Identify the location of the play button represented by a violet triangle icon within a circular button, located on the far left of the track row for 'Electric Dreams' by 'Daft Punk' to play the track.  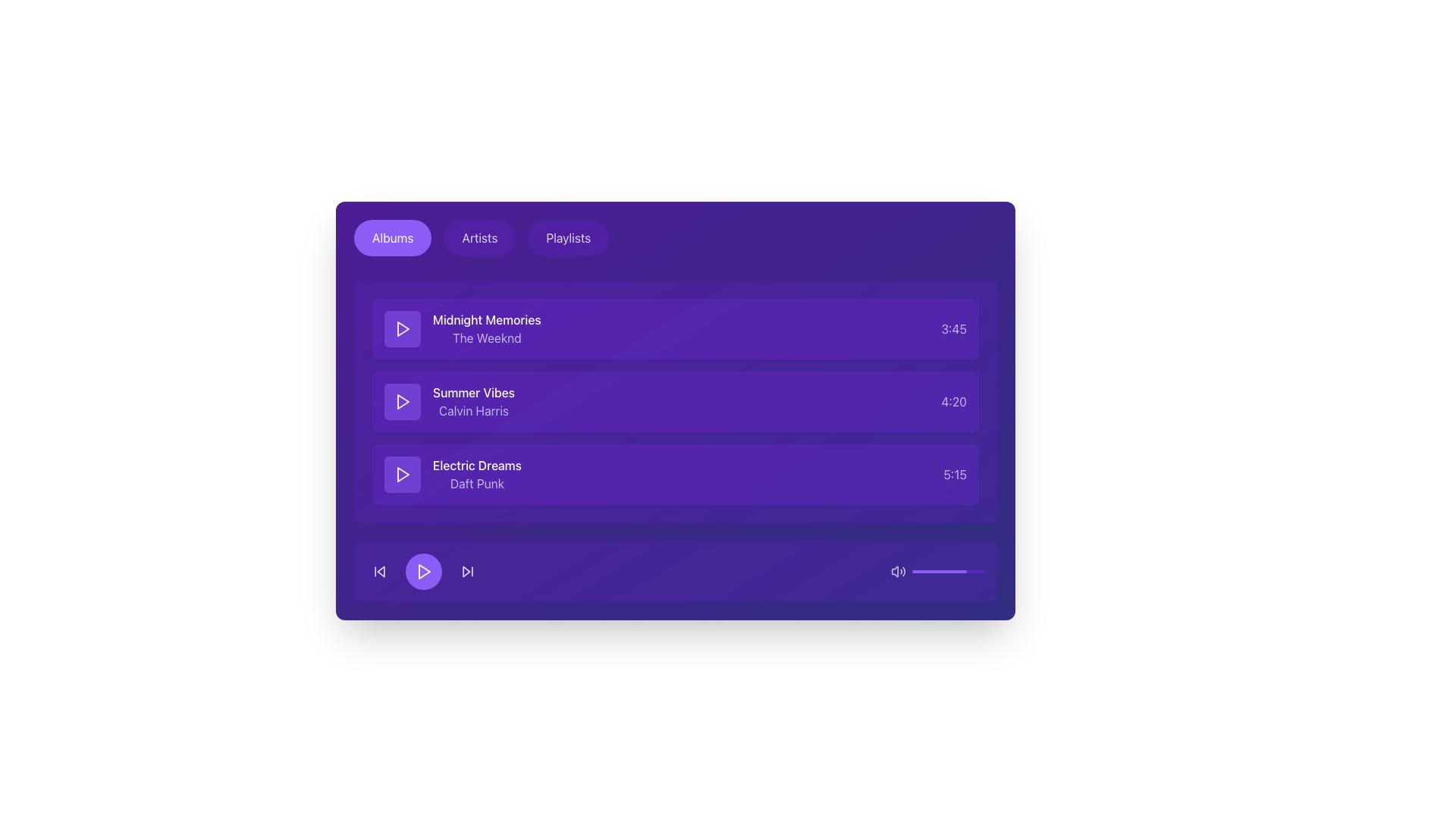
(403, 473).